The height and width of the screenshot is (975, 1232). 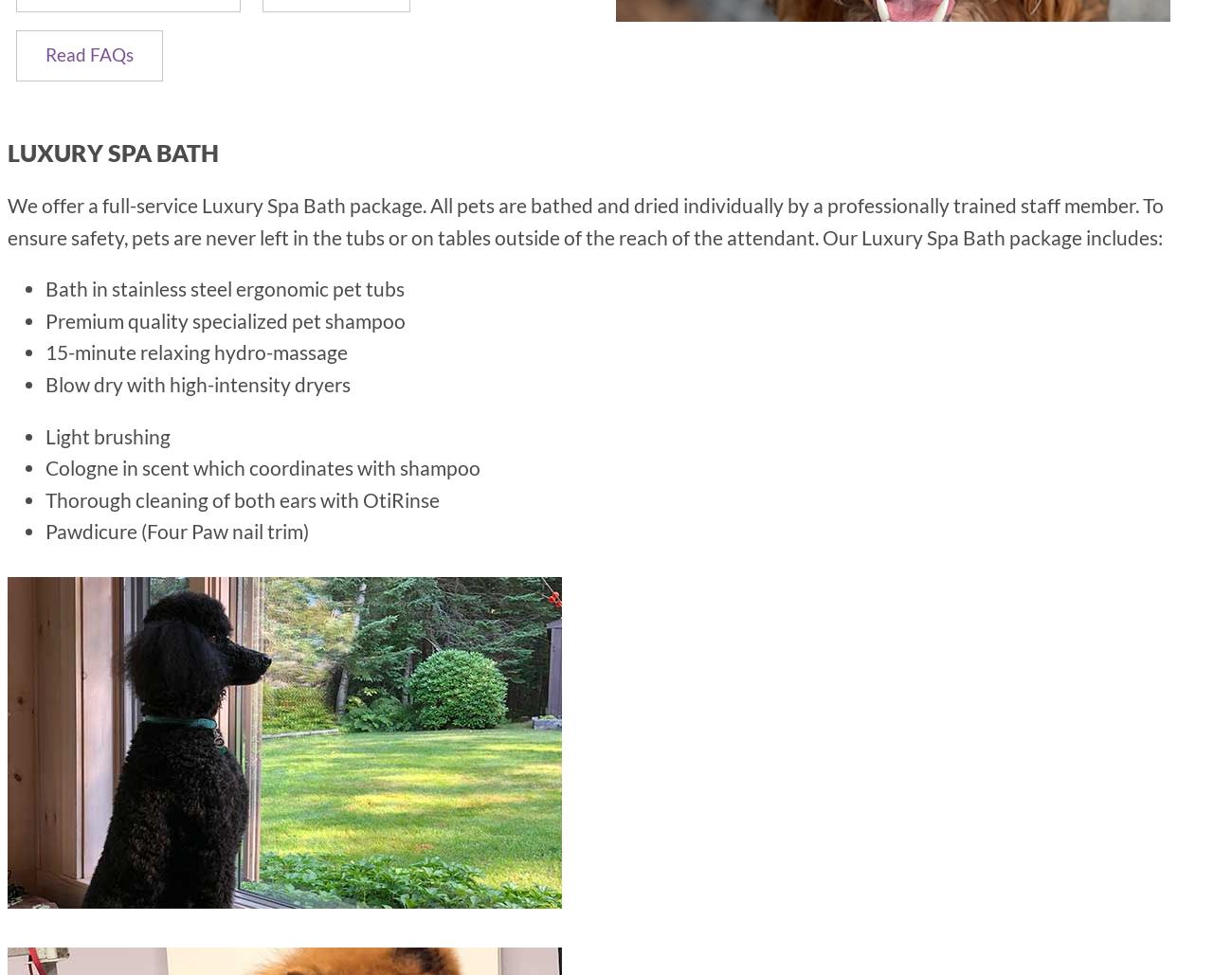 I want to click on 'Thorough cleaning of both ears with OtiRinse', so click(x=241, y=497).